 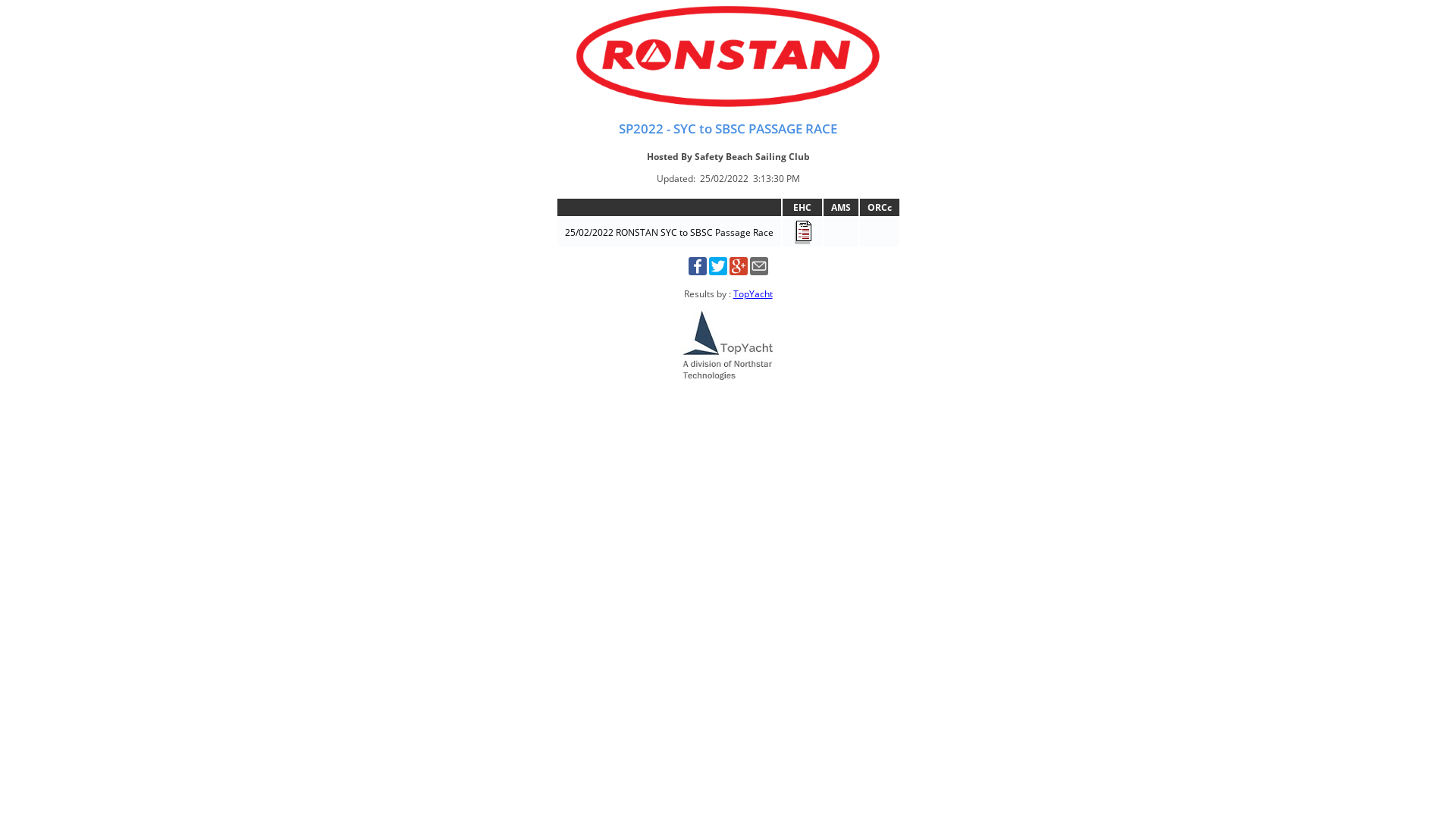 What do you see at coordinates (708, 271) in the screenshot?
I see `'Tweet'` at bounding box center [708, 271].